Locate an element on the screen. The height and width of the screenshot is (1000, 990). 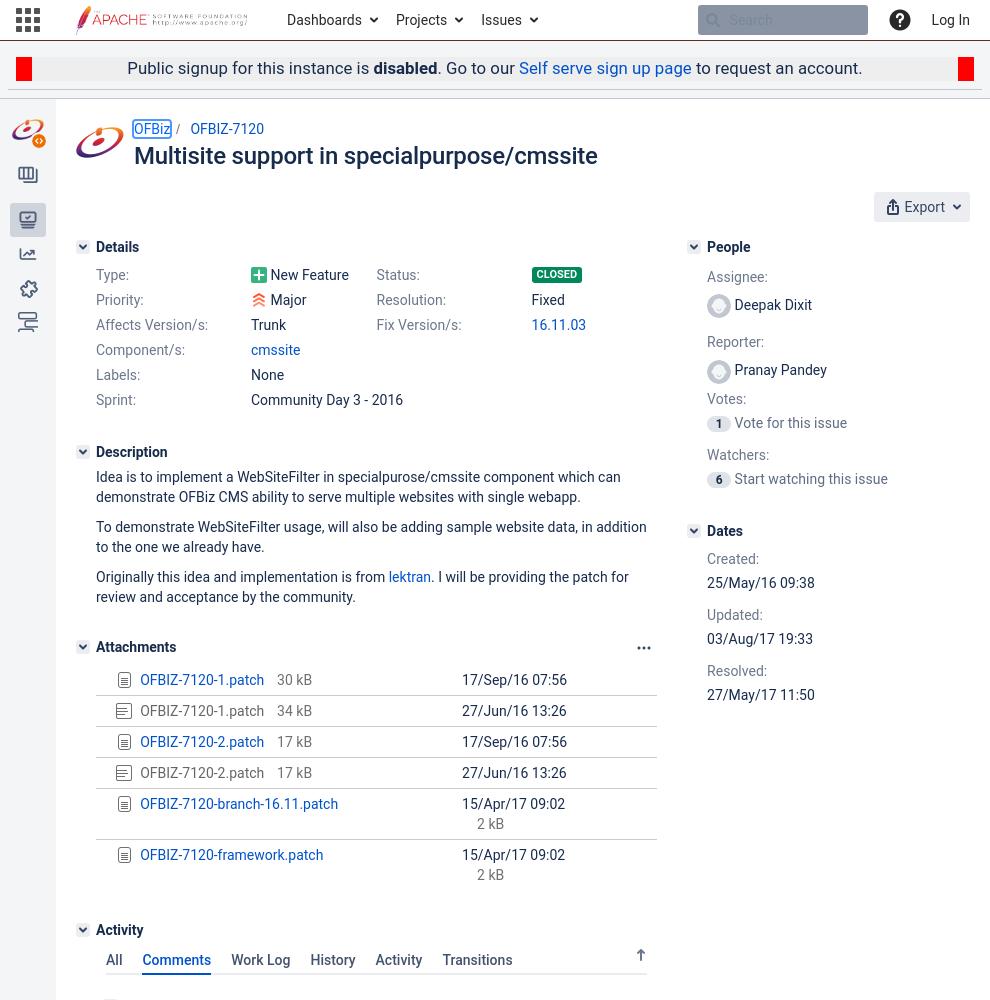
'. Go to our' is located at coordinates (477, 67).